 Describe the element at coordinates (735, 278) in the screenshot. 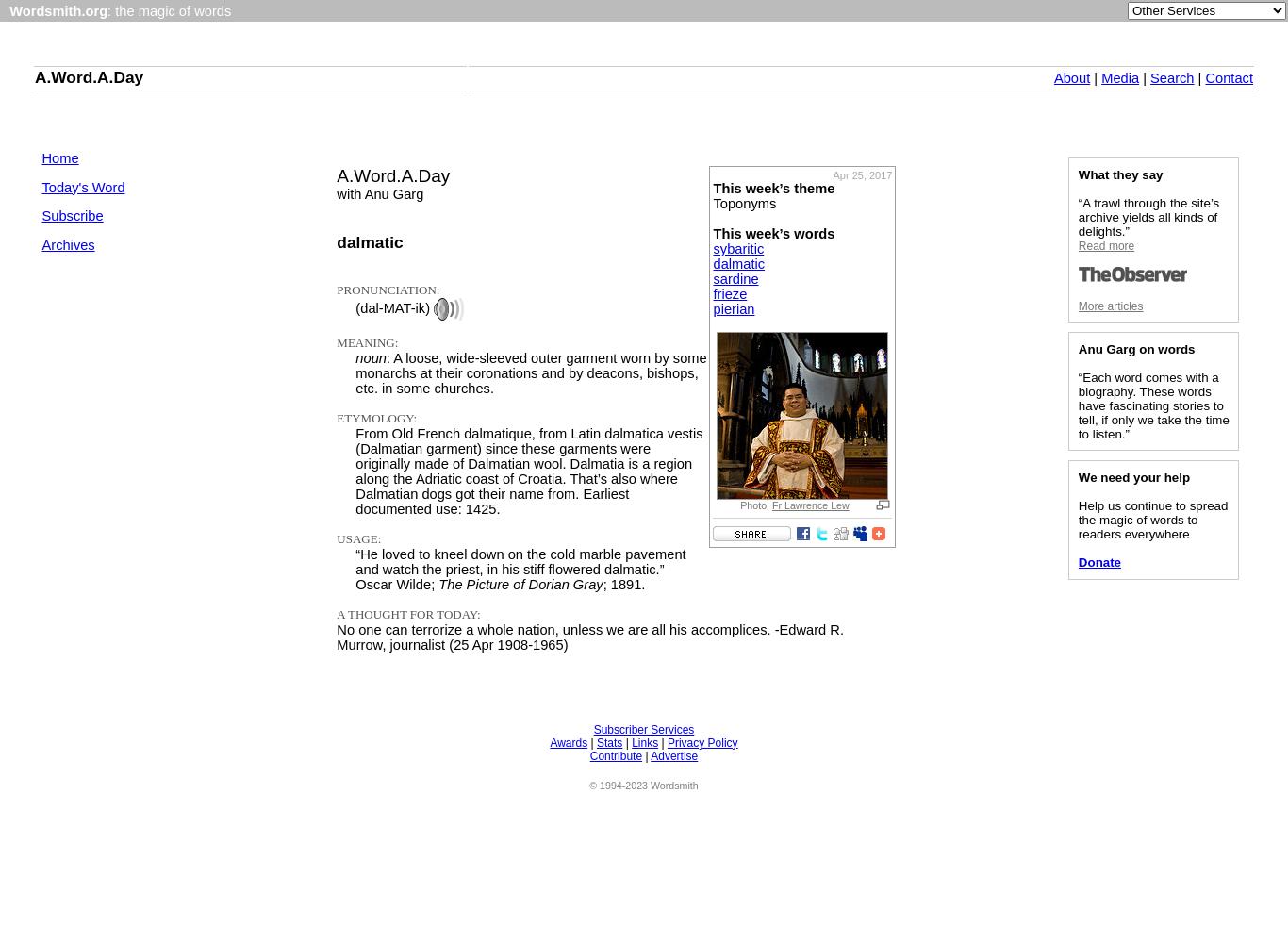

I see `'sardine'` at that location.